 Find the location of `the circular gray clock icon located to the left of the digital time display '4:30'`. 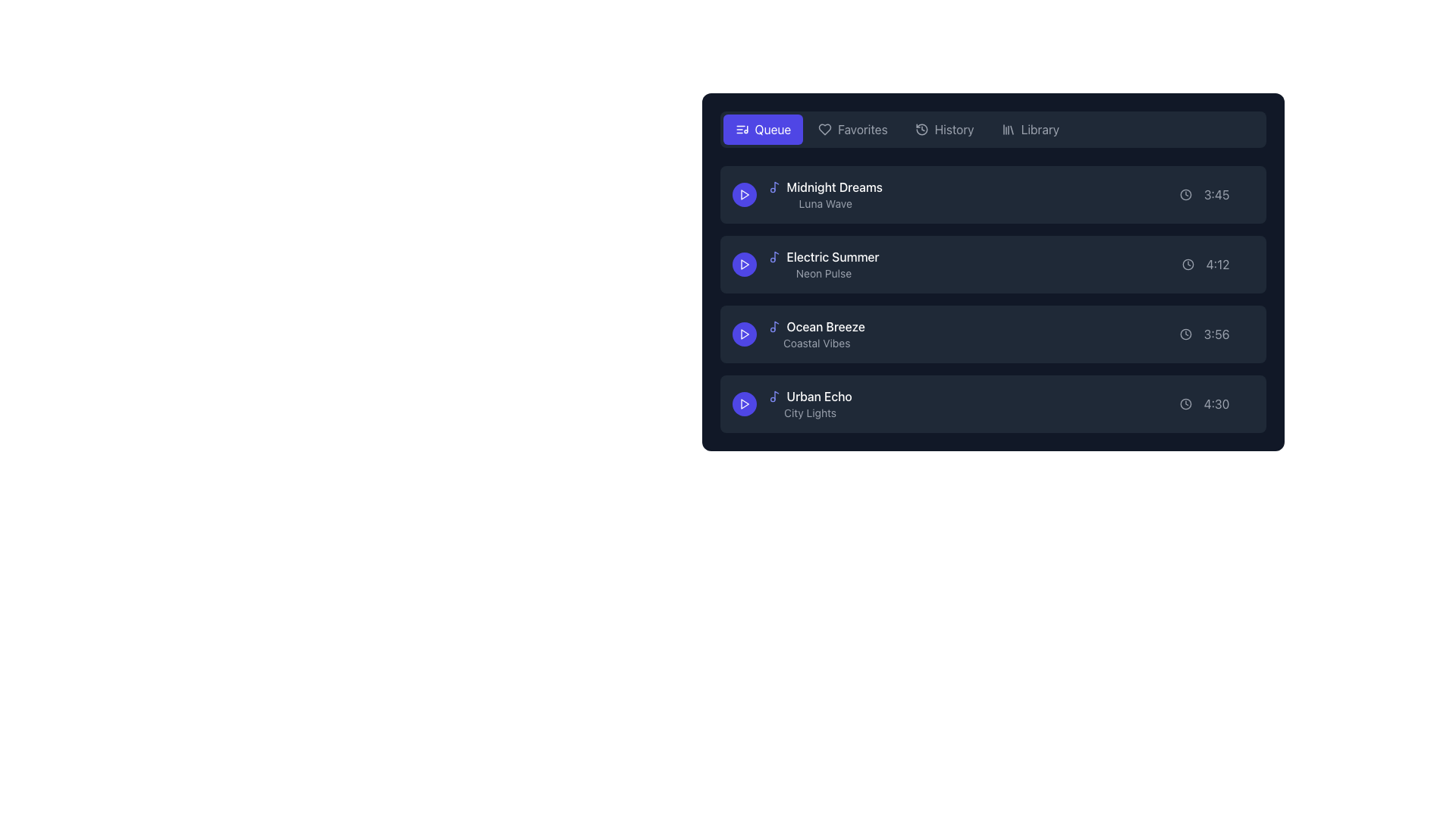

the circular gray clock icon located to the left of the digital time display '4:30' is located at coordinates (1185, 403).